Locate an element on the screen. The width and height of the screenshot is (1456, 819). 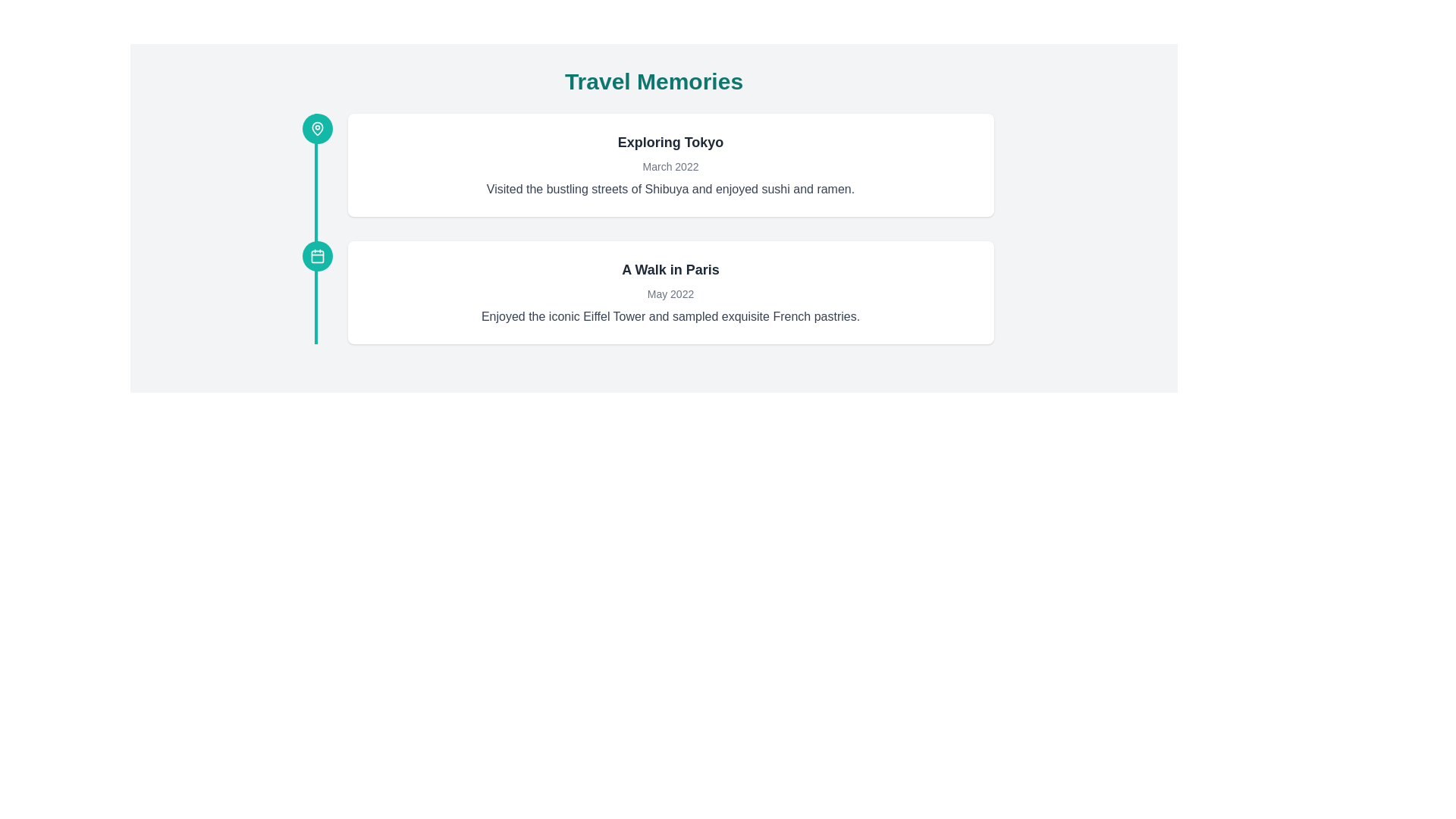
the information panel titled 'Exploring Tokyo', which includes the subtitle 'March 2022' and the description about visiting Shibuya is located at coordinates (670, 165).